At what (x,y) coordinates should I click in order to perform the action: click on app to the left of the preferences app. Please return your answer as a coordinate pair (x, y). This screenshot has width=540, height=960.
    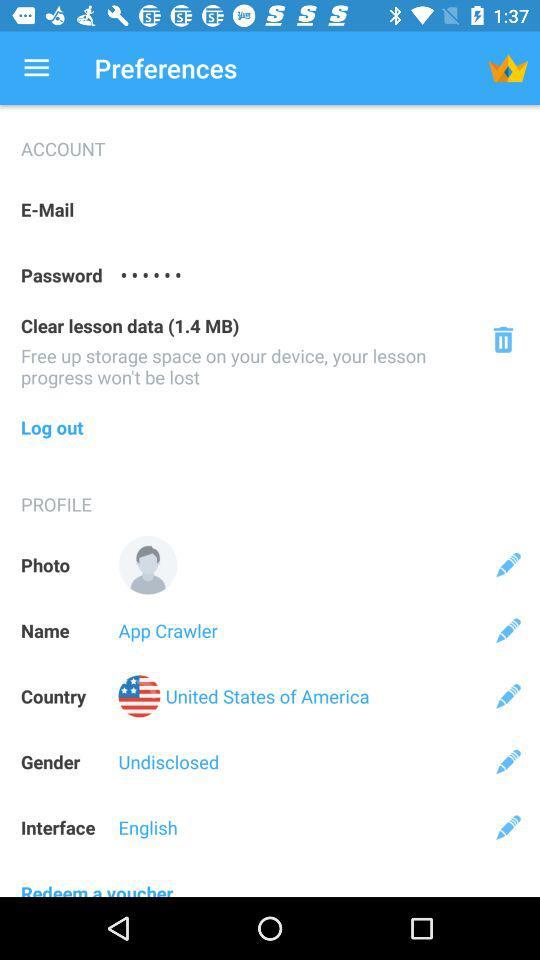
    Looking at the image, I should click on (36, 68).